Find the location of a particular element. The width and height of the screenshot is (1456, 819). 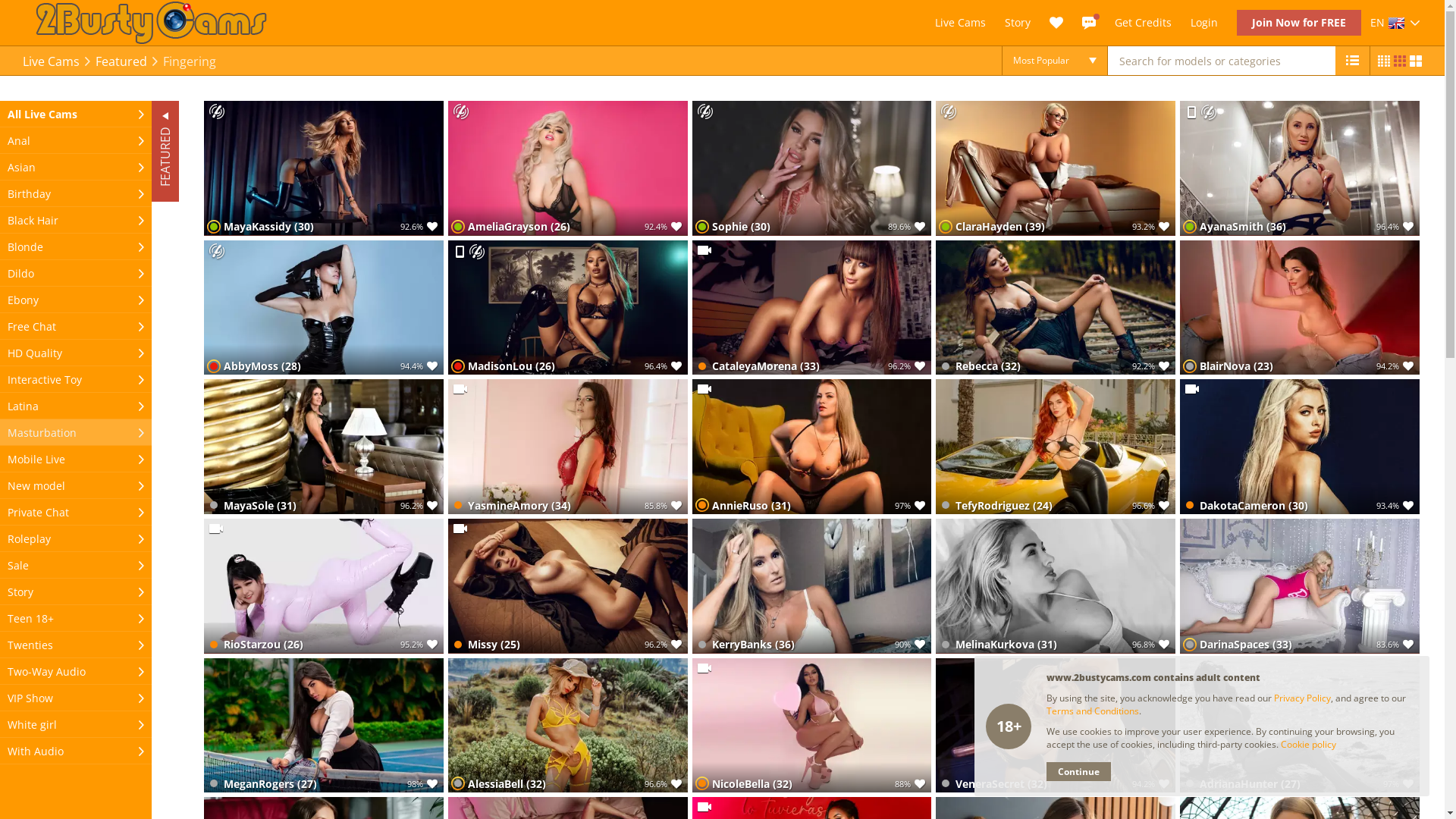

'New model' is located at coordinates (75, 485).